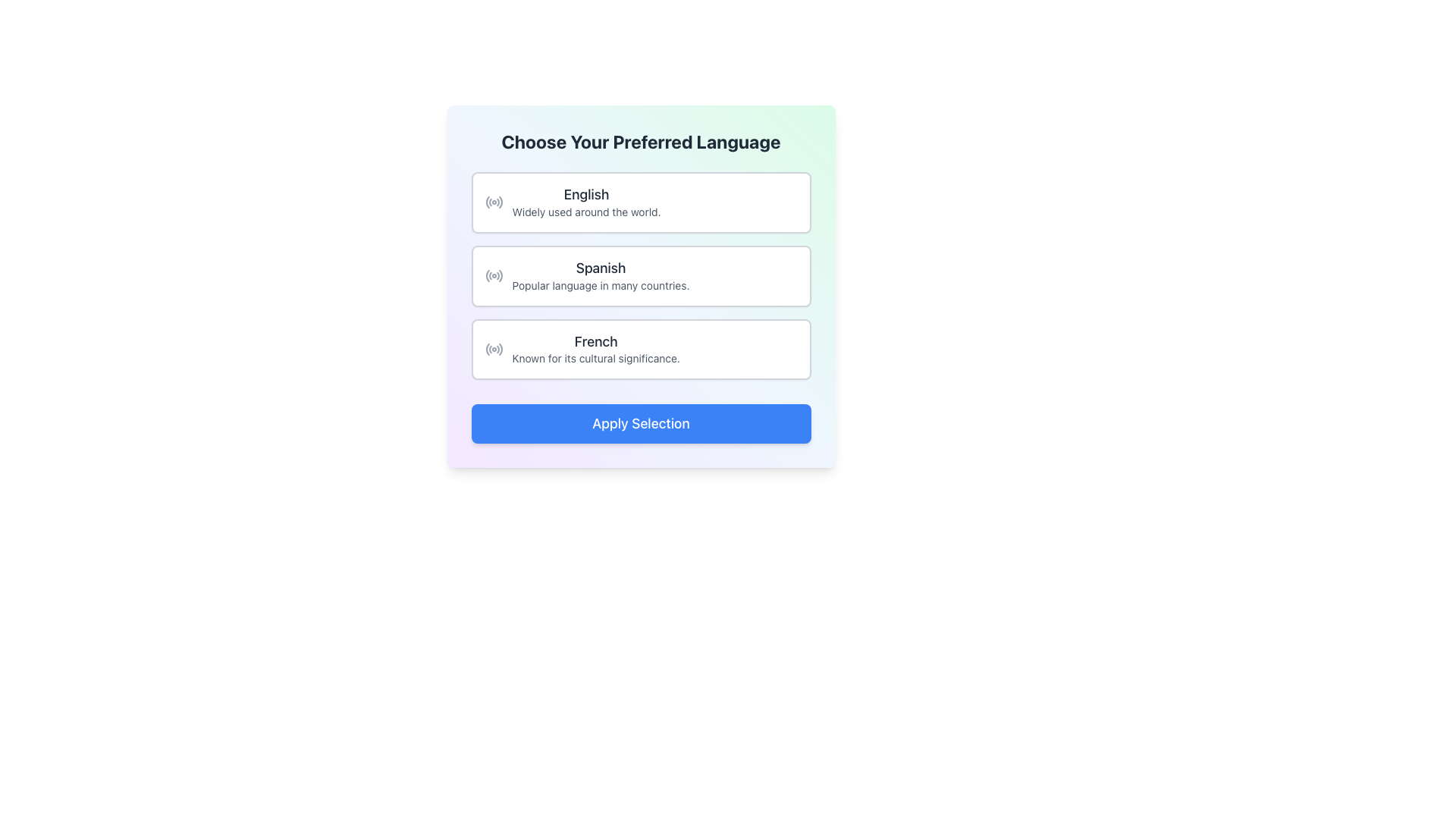  Describe the element at coordinates (494, 349) in the screenshot. I see `the decorative radio button indicator for the 'French' language option, which provides visual feedback for selection` at that location.